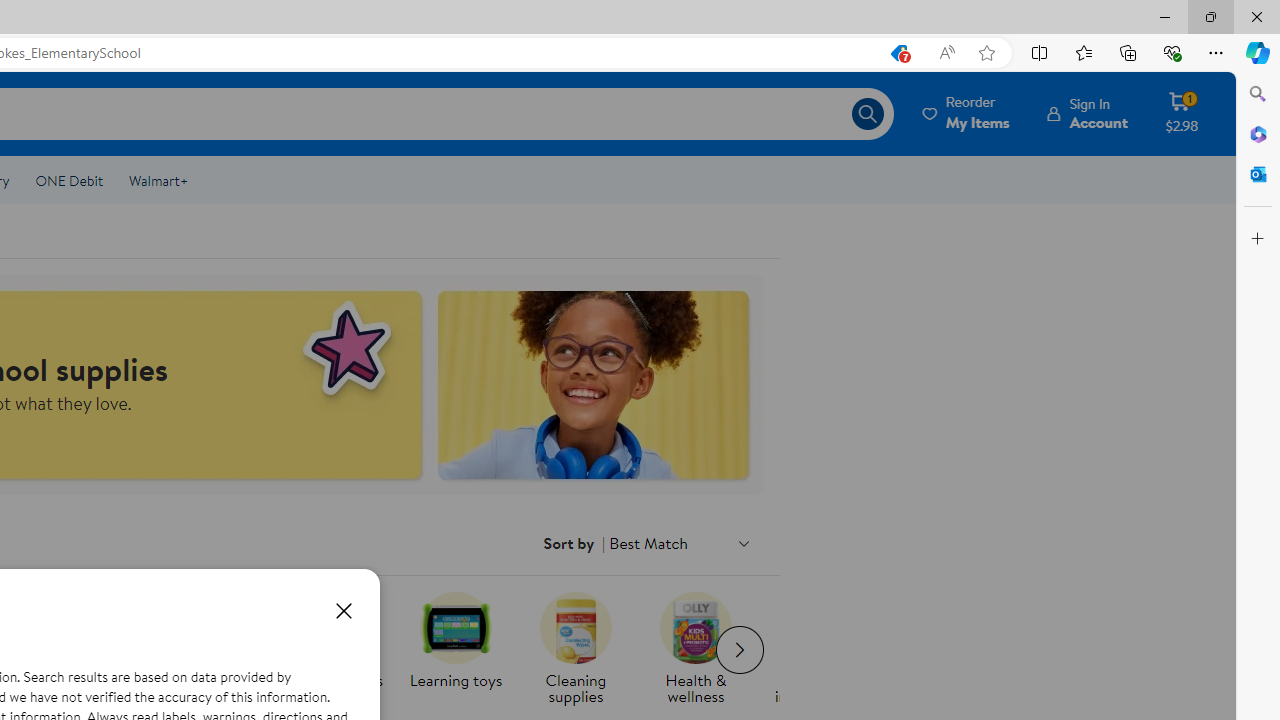 This screenshot has width=1280, height=720. What do you see at coordinates (897, 52) in the screenshot?
I see `'This site has coupons! Shopping in Microsoft Edge, 7'` at bounding box center [897, 52].